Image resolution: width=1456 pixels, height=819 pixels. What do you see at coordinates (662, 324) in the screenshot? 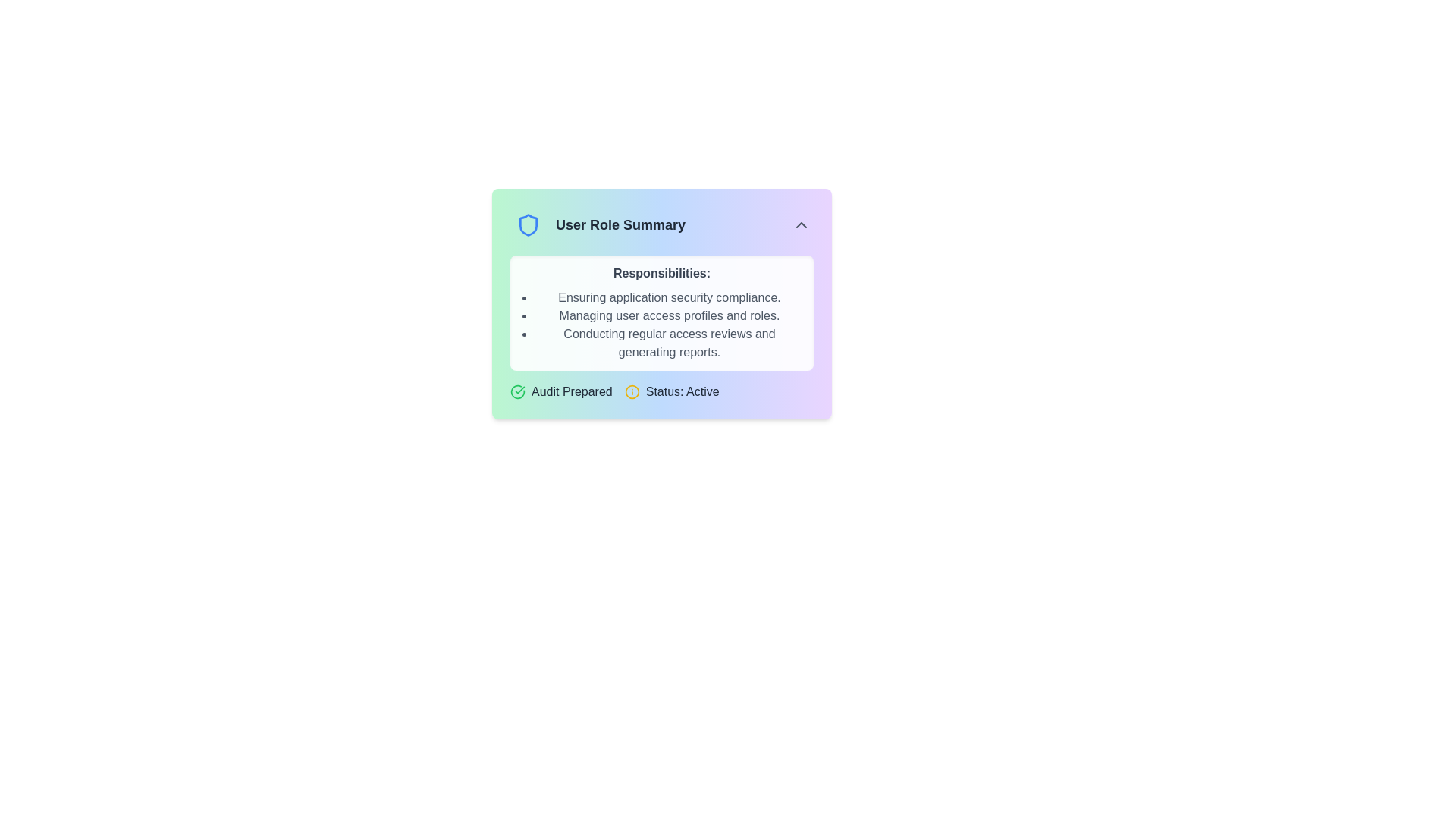
I see `the bulleted list of responsibilities, which includes three lines of text styled in medium gray and indented` at bounding box center [662, 324].